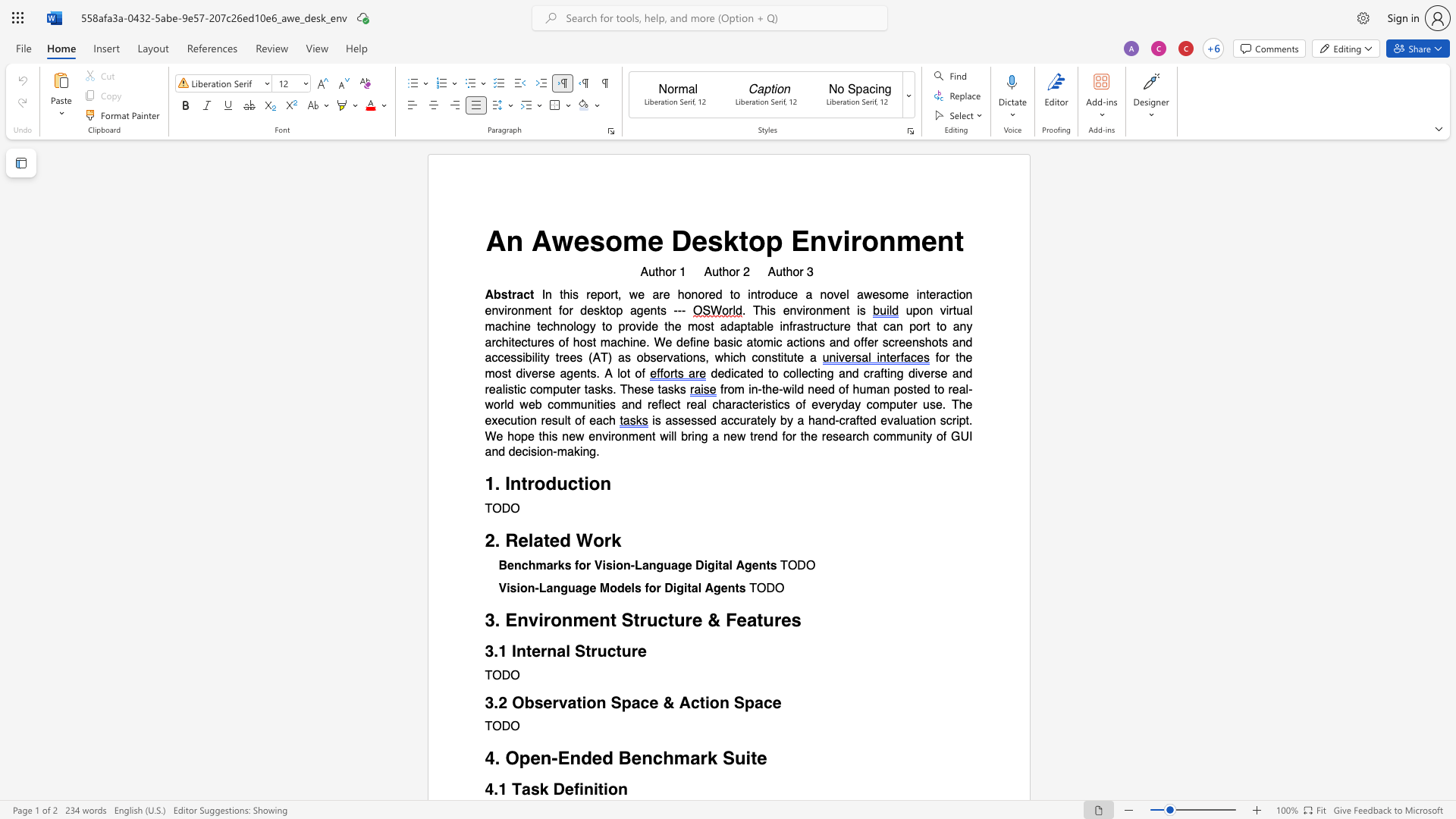  What do you see at coordinates (855, 240) in the screenshot?
I see `the 1th character "r" in the text` at bounding box center [855, 240].